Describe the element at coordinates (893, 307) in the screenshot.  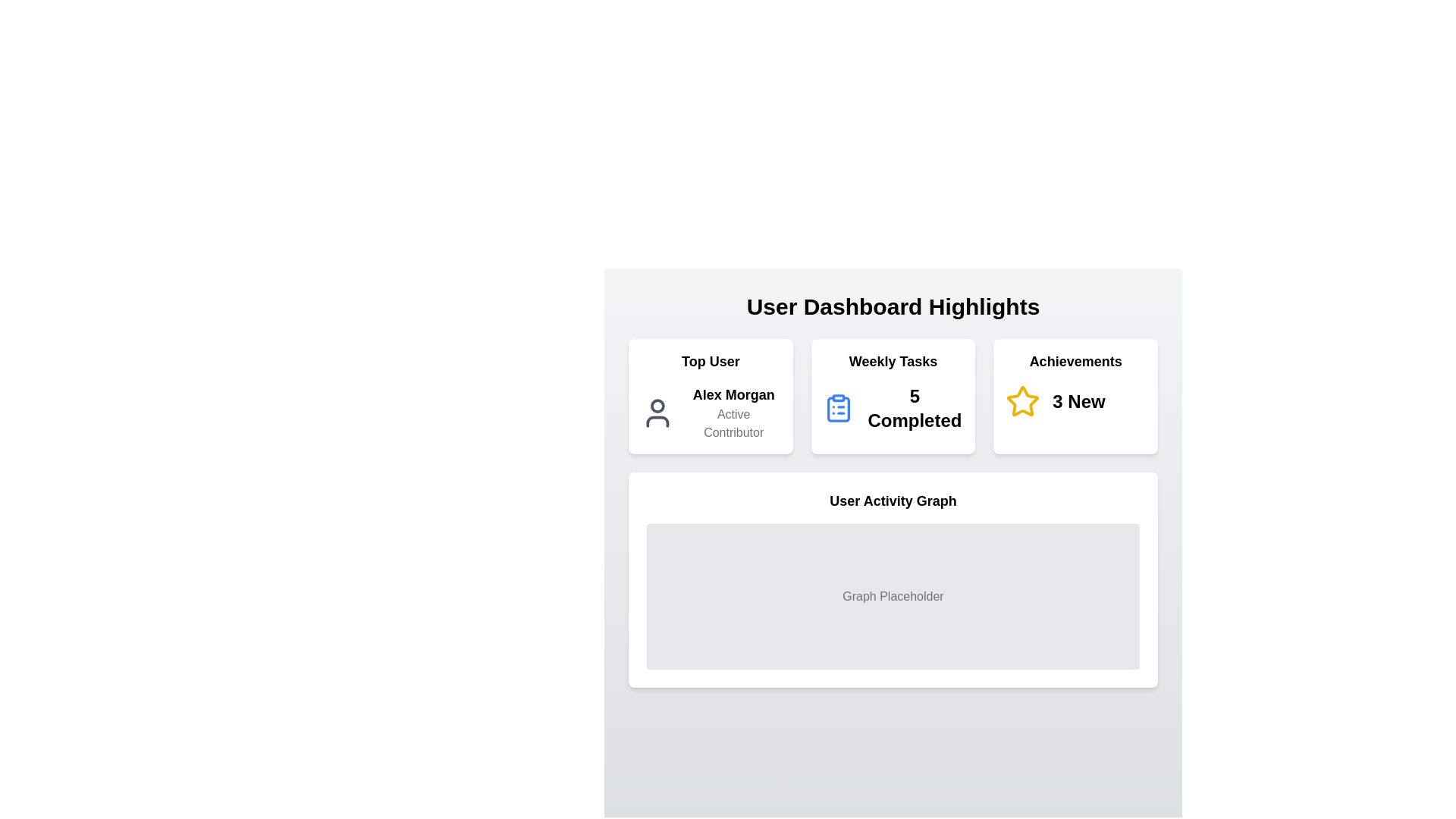
I see `the Label that serves as a heading or title at the top of the dashboard, which is located above the 'Top User', 'Weekly Tasks', and 'Achievements' sections` at that location.